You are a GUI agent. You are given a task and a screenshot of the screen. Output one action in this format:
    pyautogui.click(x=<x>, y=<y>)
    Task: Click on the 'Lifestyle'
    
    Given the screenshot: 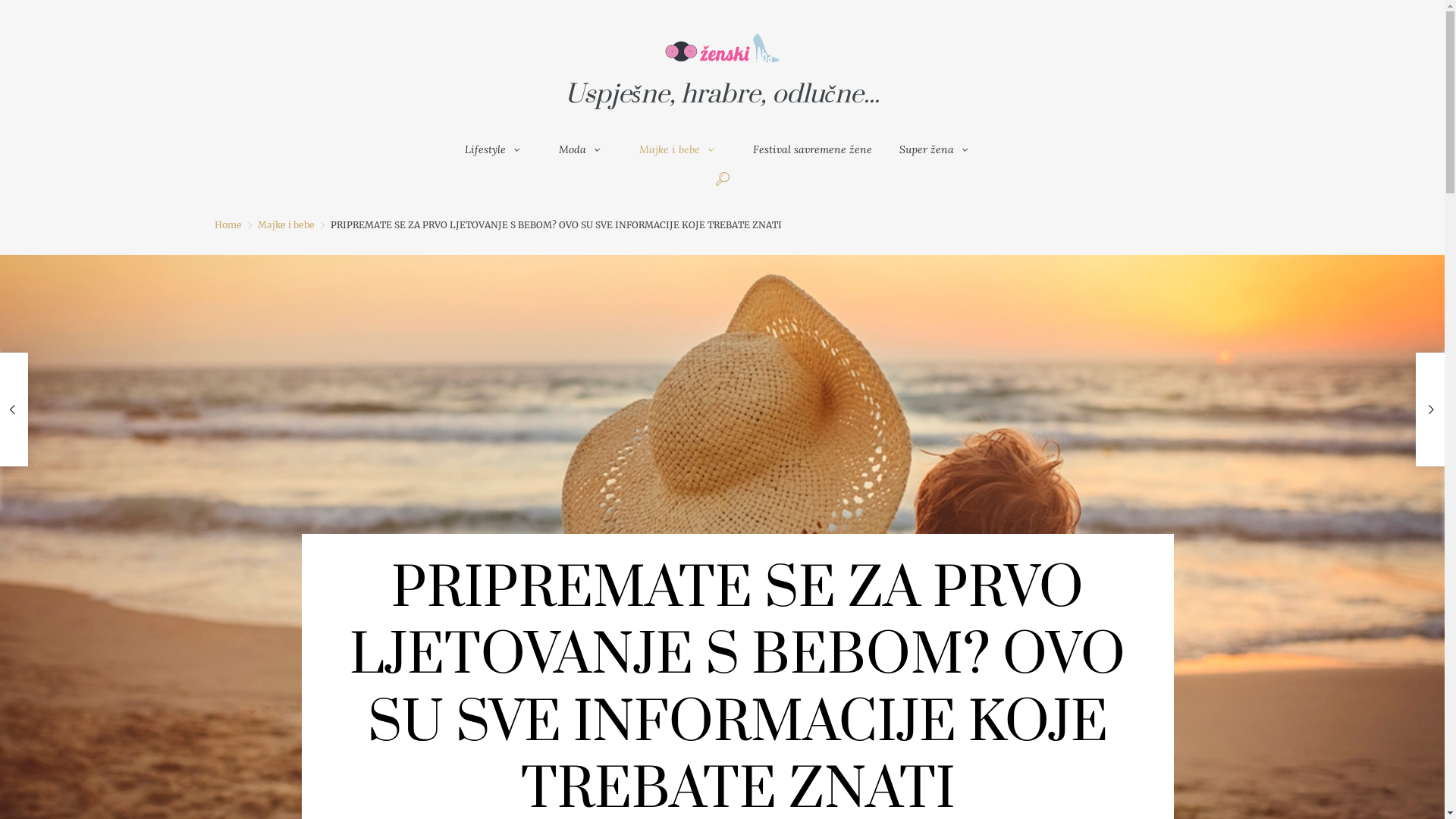 What is the action you would take?
    pyautogui.click(x=450, y=149)
    